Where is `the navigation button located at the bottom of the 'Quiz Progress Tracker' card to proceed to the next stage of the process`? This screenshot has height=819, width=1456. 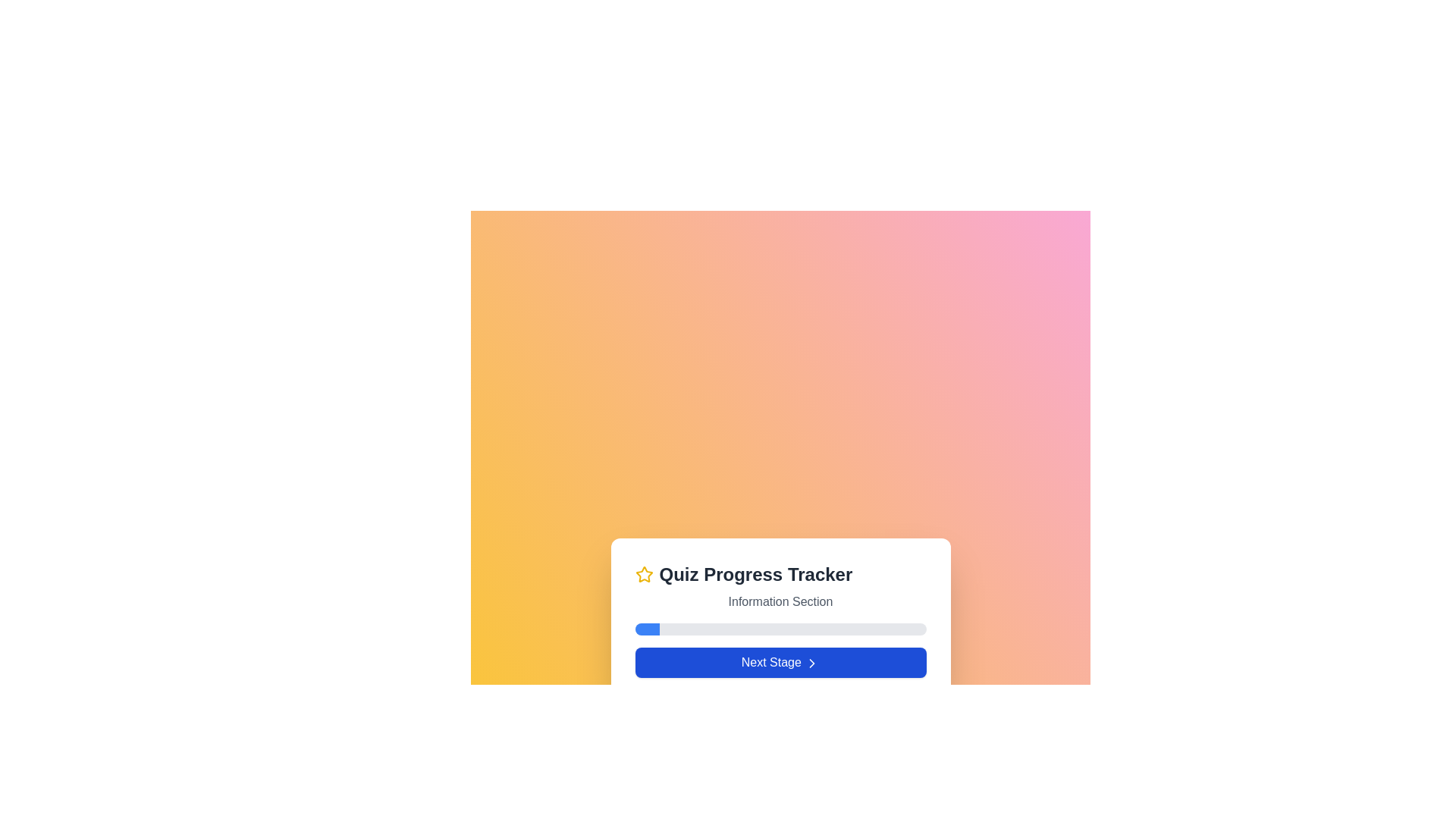
the navigation button located at the bottom of the 'Quiz Progress Tracker' card to proceed to the next stage of the process is located at coordinates (780, 662).